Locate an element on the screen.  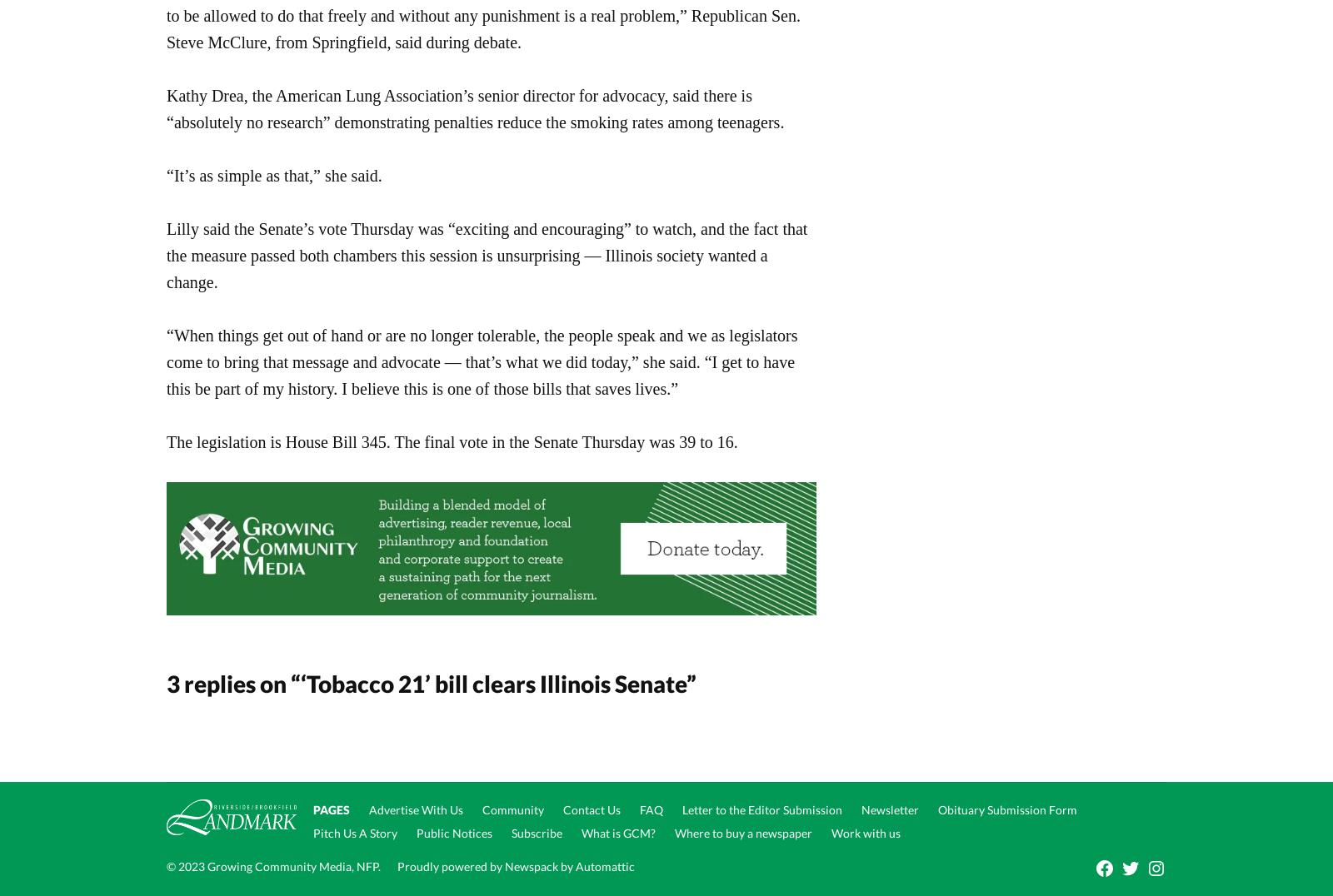
'Proudly powered by Newspack by Automattic' is located at coordinates (516, 865).